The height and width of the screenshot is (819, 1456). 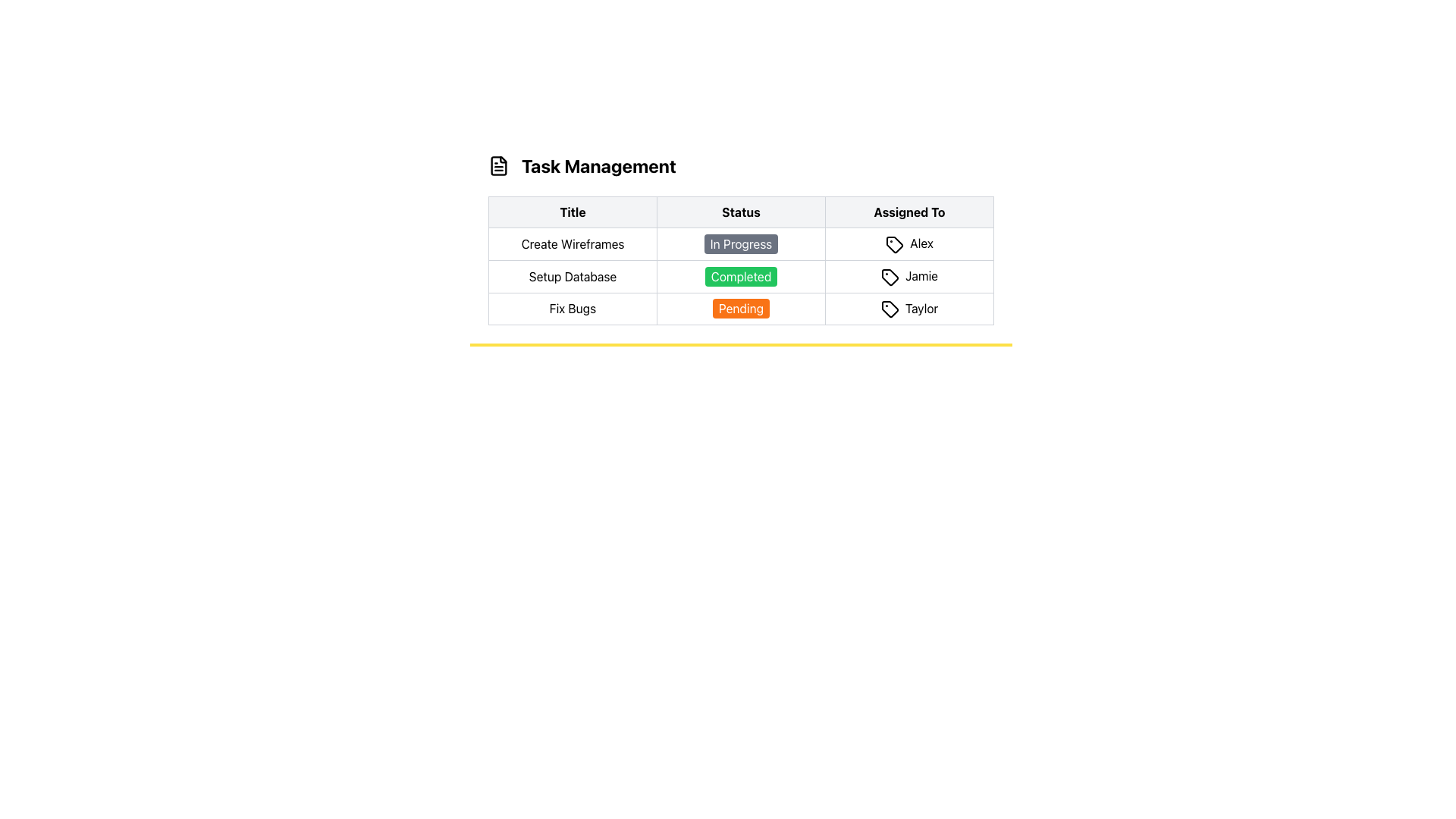 I want to click on the third column header Text Label in the table that labels individuals assigned to specific tasks, so click(x=909, y=212).